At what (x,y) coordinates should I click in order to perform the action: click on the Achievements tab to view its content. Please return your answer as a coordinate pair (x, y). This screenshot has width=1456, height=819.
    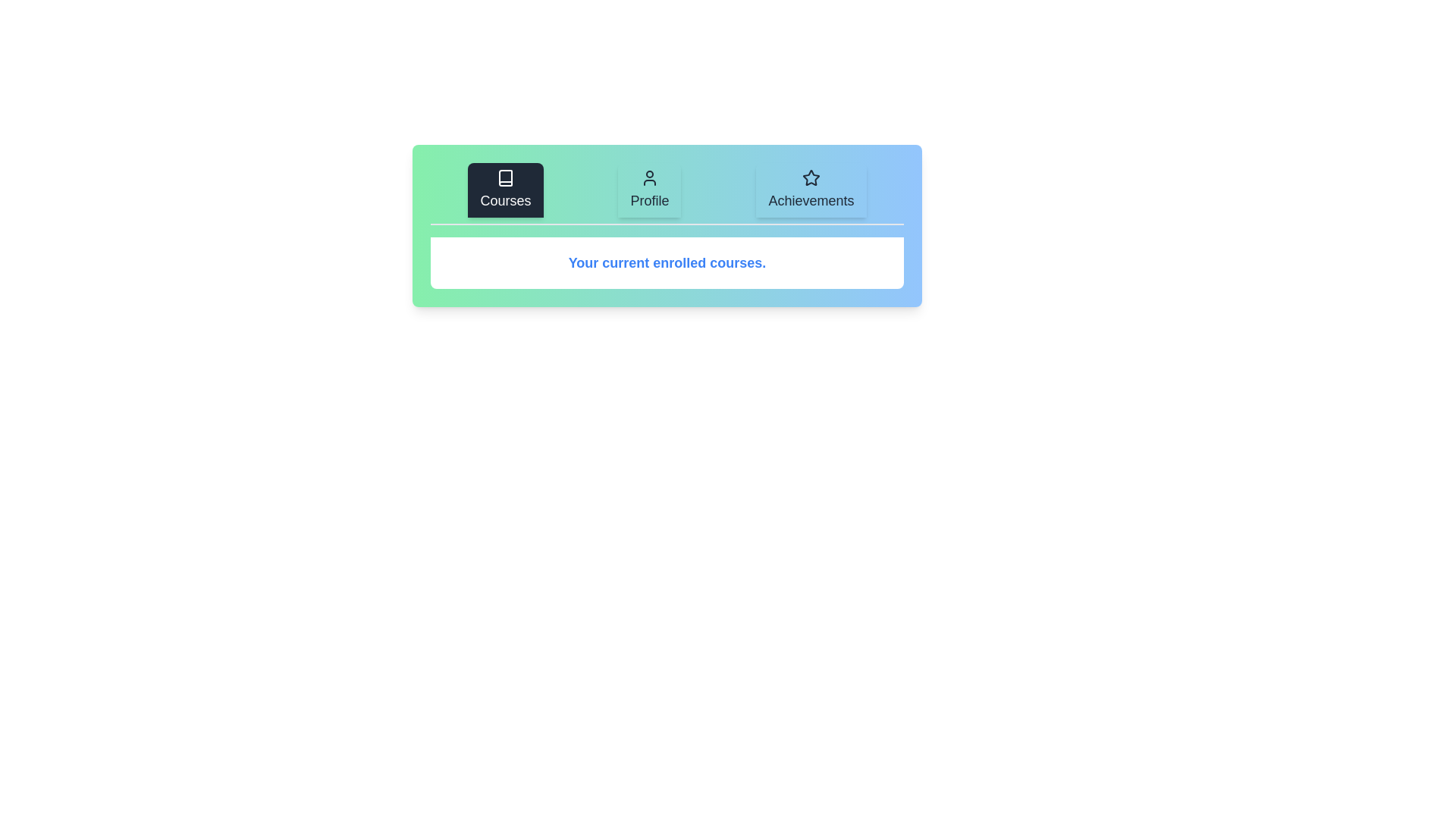
    Looking at the image, I should click on (811, 189).